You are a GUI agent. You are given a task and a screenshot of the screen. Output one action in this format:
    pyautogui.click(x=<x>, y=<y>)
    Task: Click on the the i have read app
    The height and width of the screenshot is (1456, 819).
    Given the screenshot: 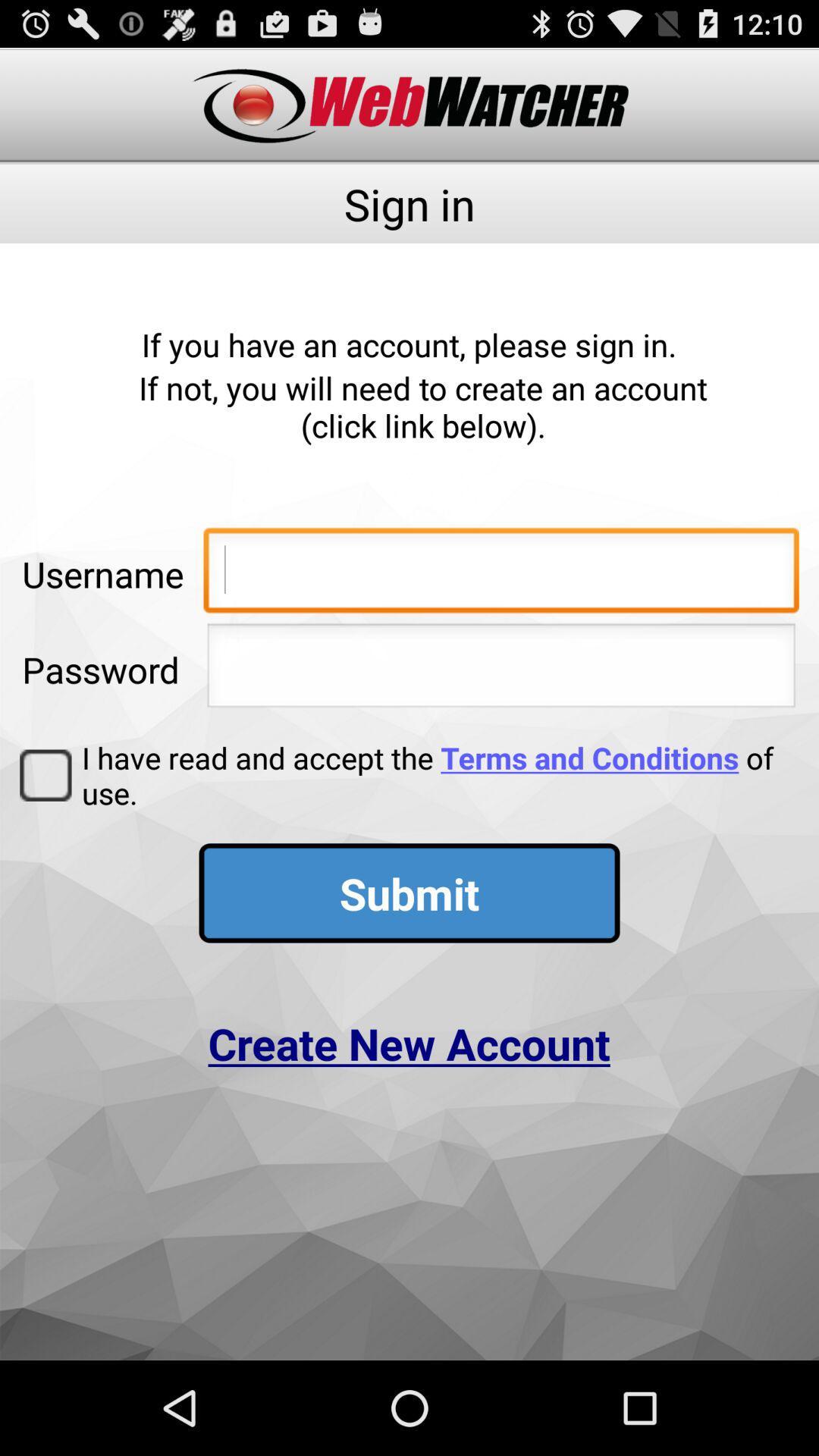 What is the action you would take?
    pyautogui.click(x=435, y=775)
    